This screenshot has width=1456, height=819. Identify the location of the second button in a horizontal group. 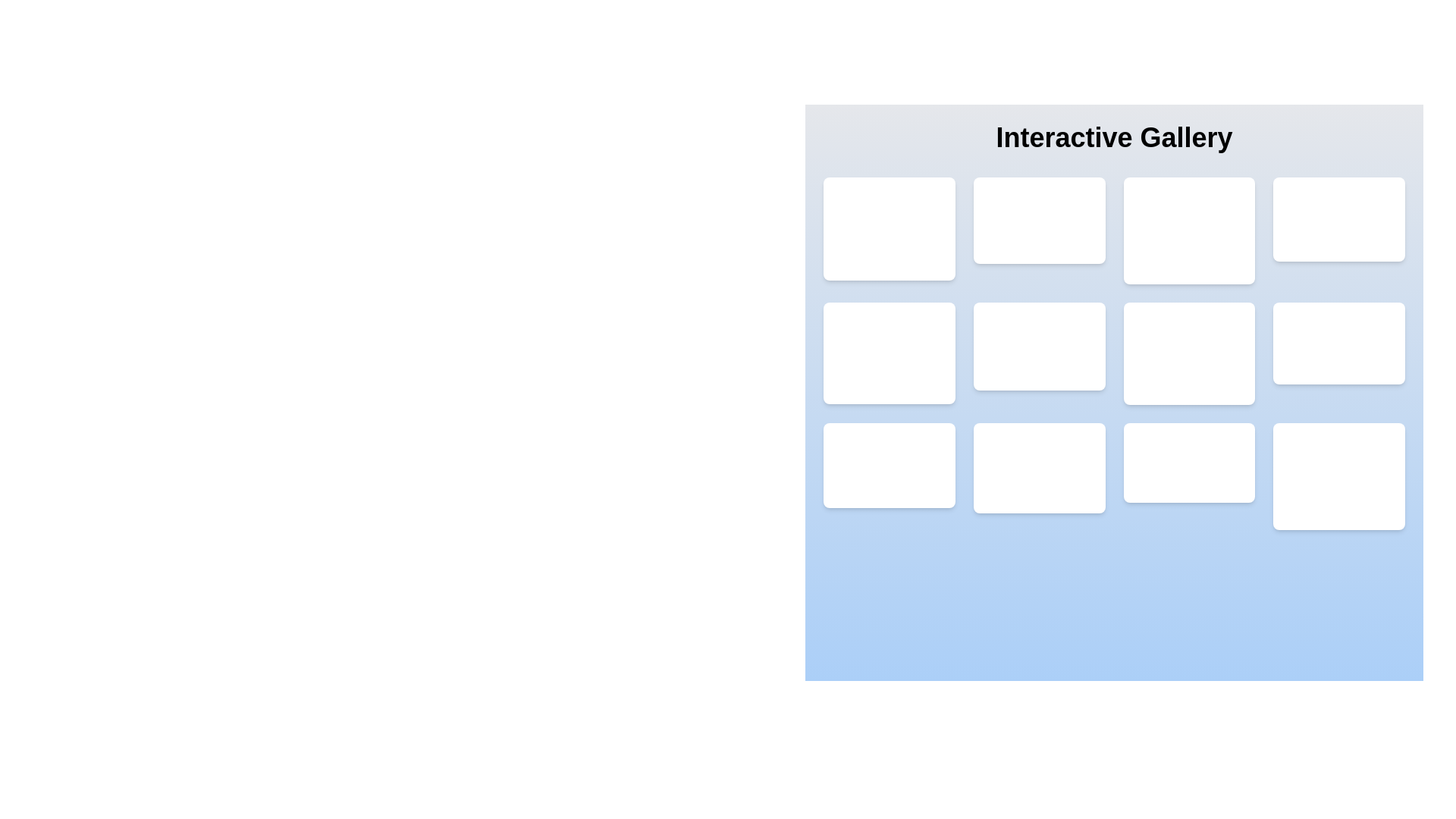
(907, 500).